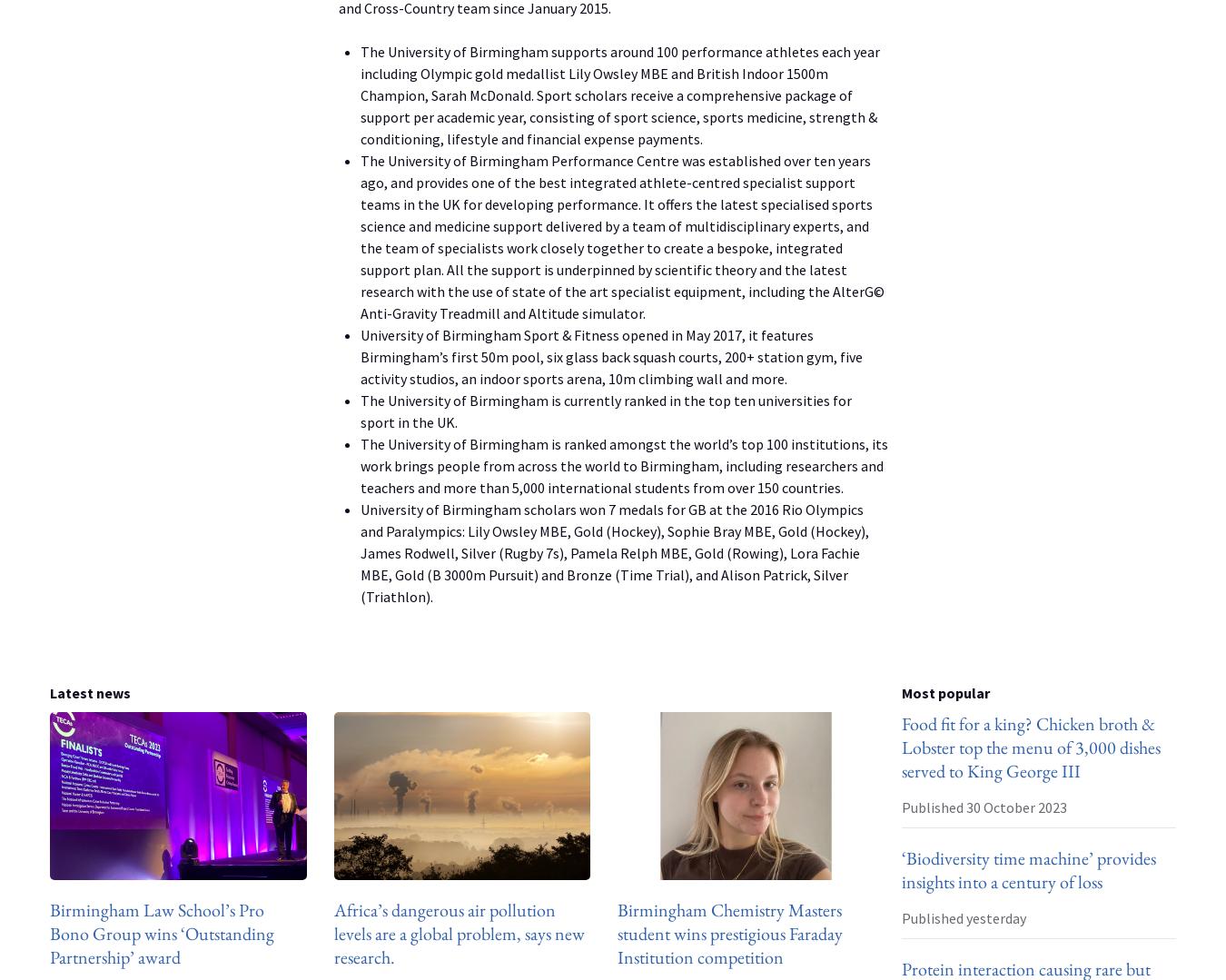 The image size is (1226, 980). What do you see at coordinates (620, 237) in the screenshot?
I see `'The University of Birmingham Performance Centre was established over ten years ago, and provides one of the best integrated athlete-centred specialist support teams in the UK for developing performance. It offers the latest specialised sports science and medicine support delivered by a team of multidisciplinary experts, and the team of specialists work closely together to create a bespoke, integrated support plan. All the support is underpinned by scientific theory and the latest research with the use of state of the art specialist equipment, including the AlterG© Anti-Gravity Treadmill and Altitude simulator.'` at bounding box center [620, 237].